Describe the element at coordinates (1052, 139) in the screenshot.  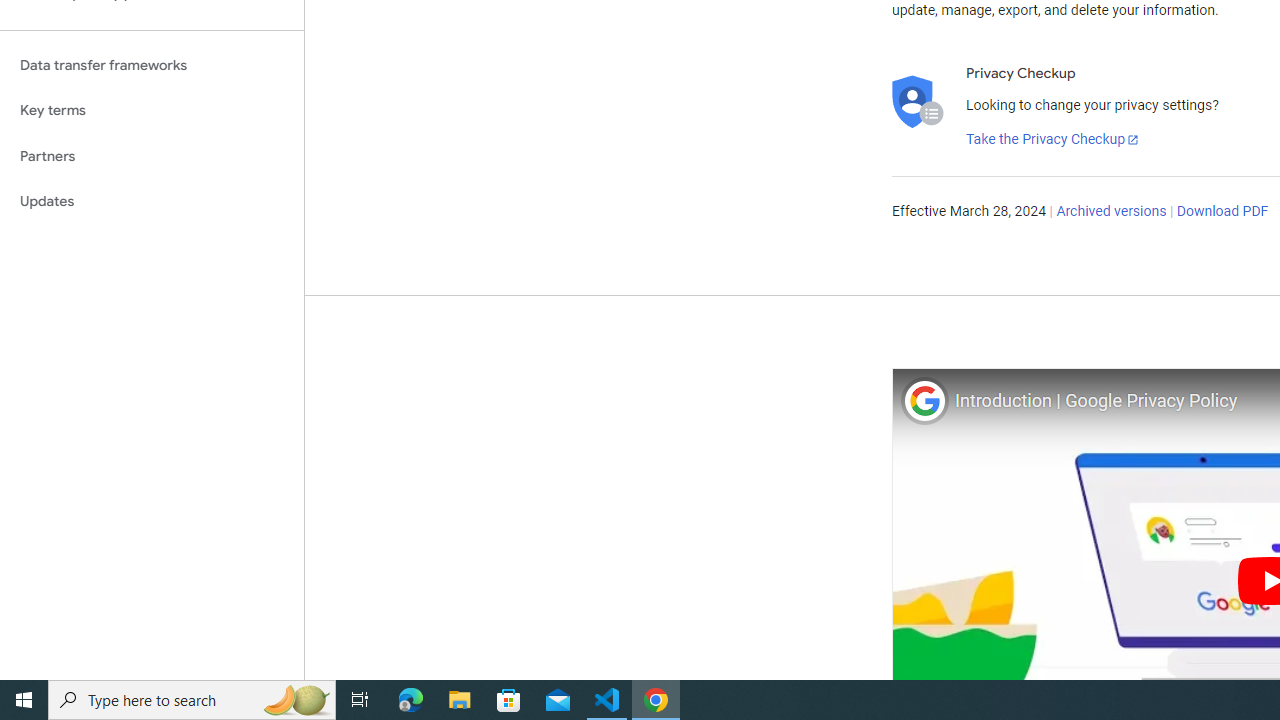
I see `'Take the Privacy Checkup'` at that location.